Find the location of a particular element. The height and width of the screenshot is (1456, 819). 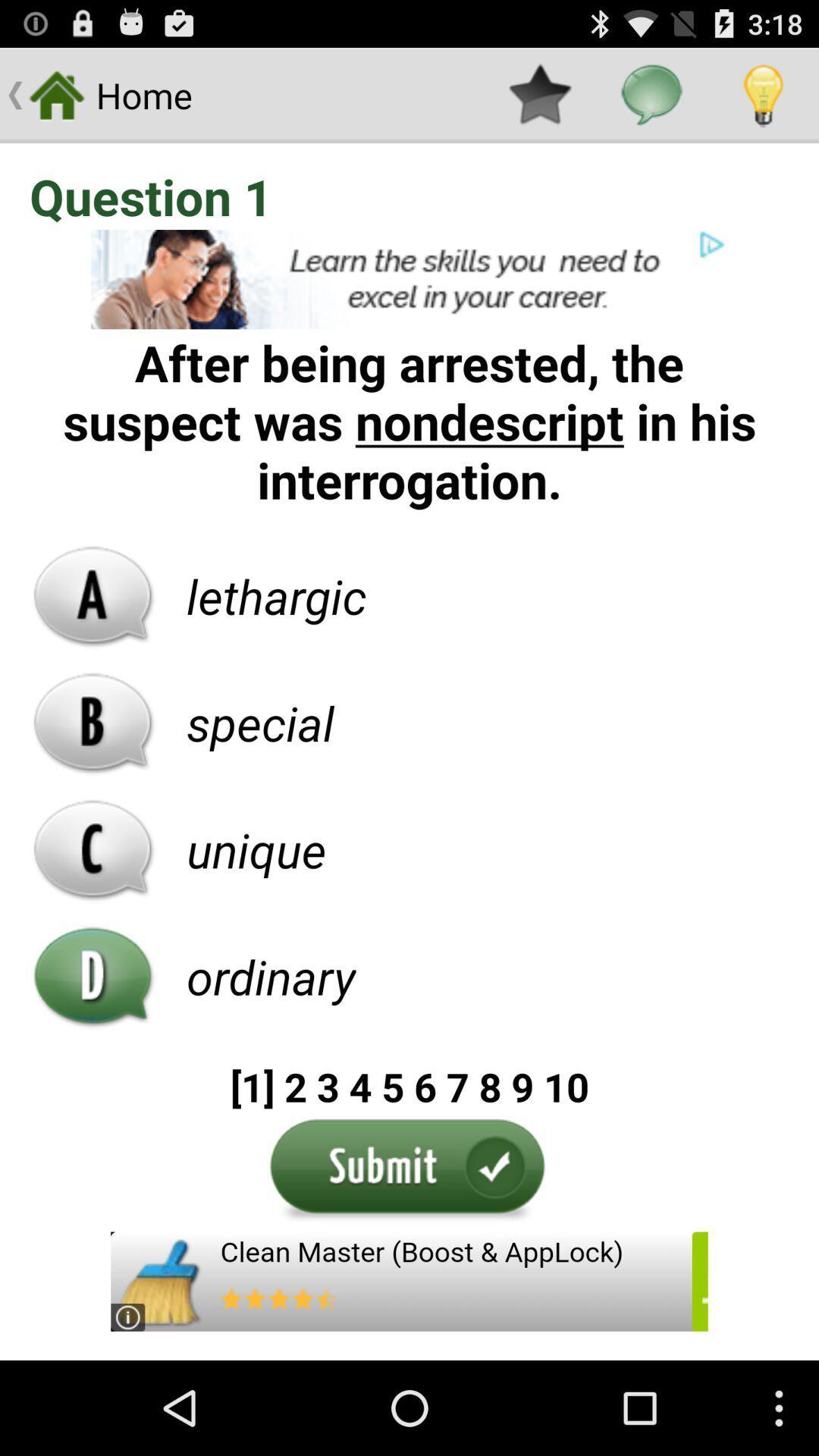

the call icon is located at coordinates (93, 909).